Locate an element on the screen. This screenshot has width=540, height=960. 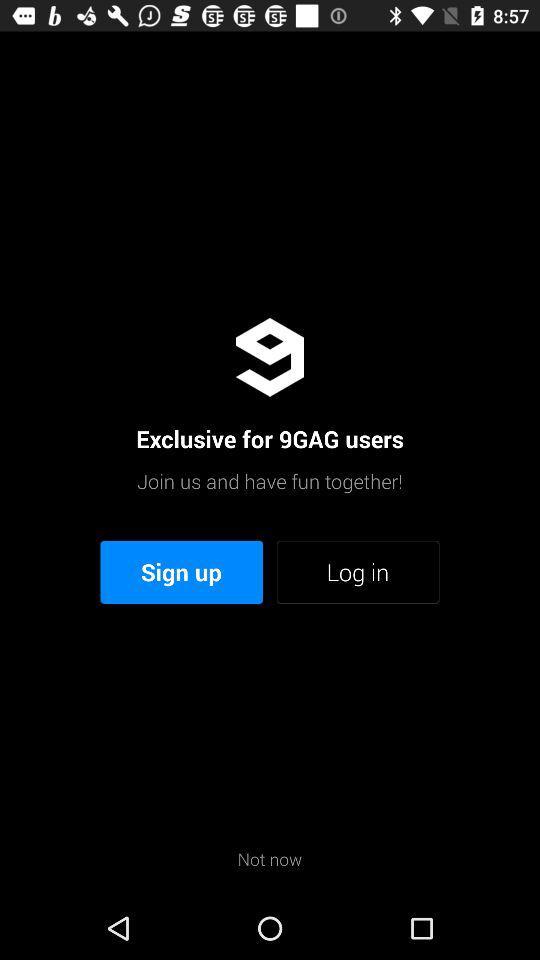
the sign up item is located at coordinates (181, 572).